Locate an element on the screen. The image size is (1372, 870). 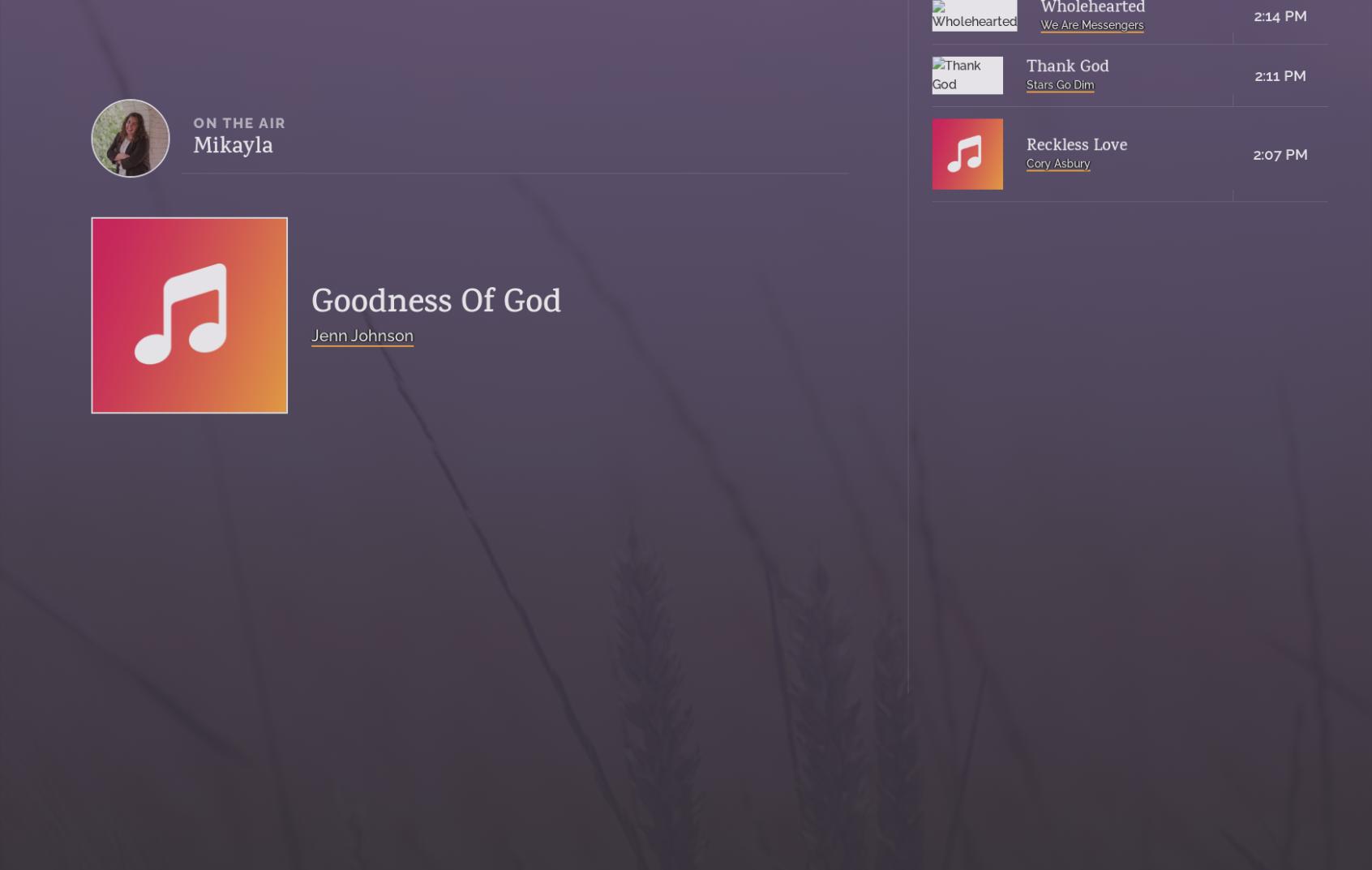
'EEO Public File Report' is located at coordinates (456, 690).